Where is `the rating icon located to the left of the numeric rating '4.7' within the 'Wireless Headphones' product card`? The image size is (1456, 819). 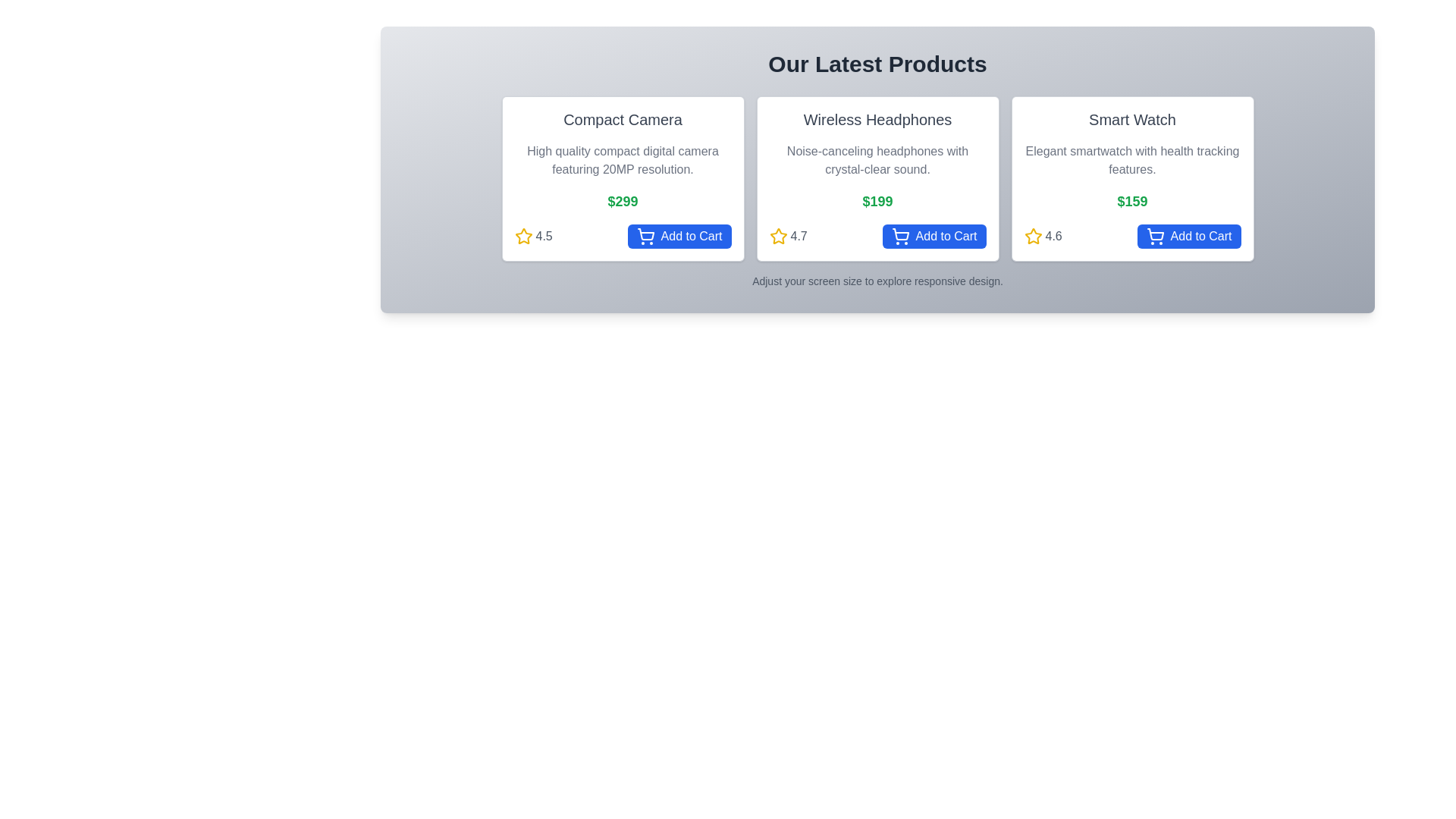 the rating icon located to the left of the numeric rating '4.7' within the 'Wireless Headphones' product card is located at coordinates (778, 237).